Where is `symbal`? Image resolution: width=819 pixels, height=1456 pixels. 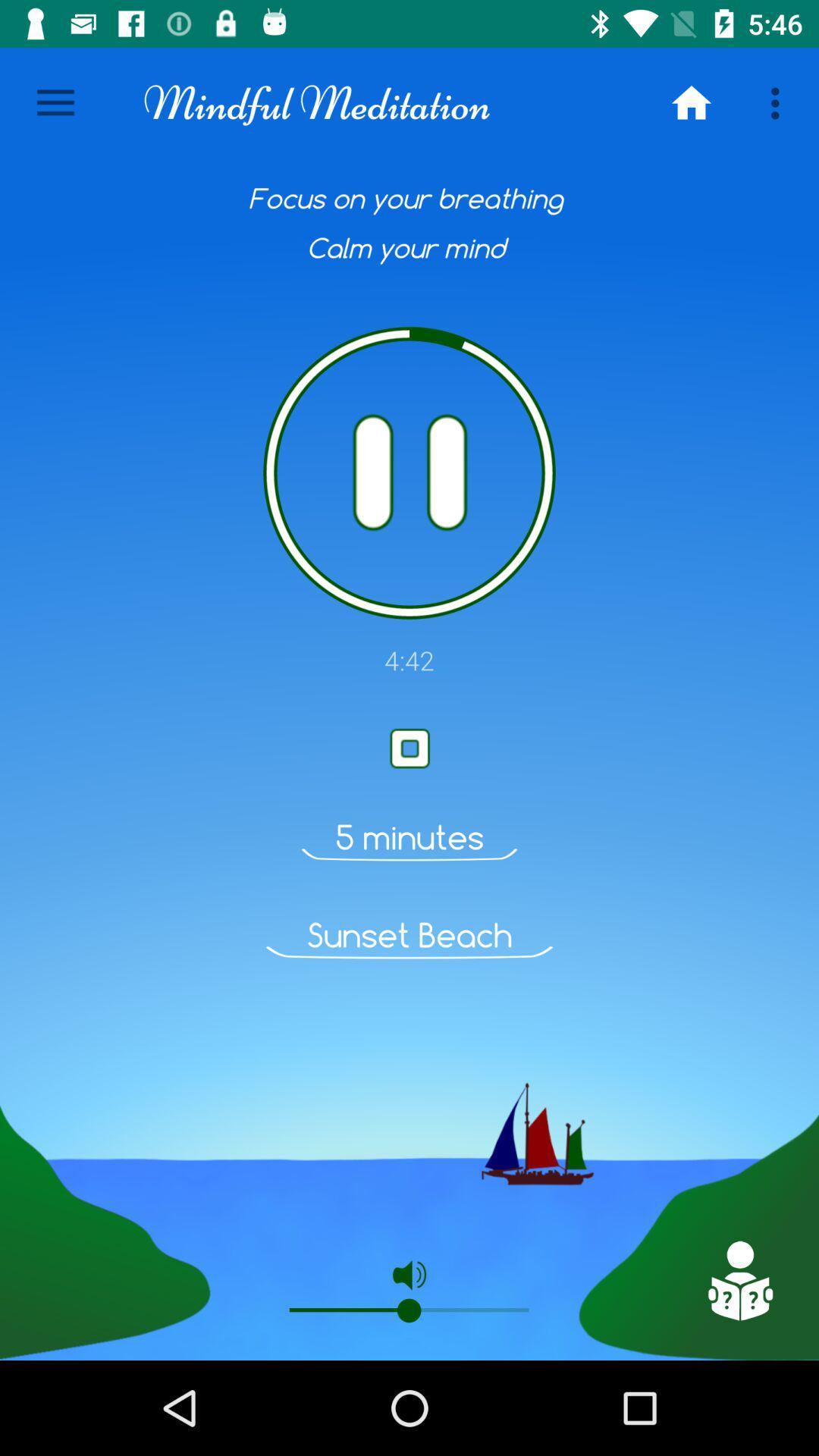
symbal is located at coordinates (409, 472).